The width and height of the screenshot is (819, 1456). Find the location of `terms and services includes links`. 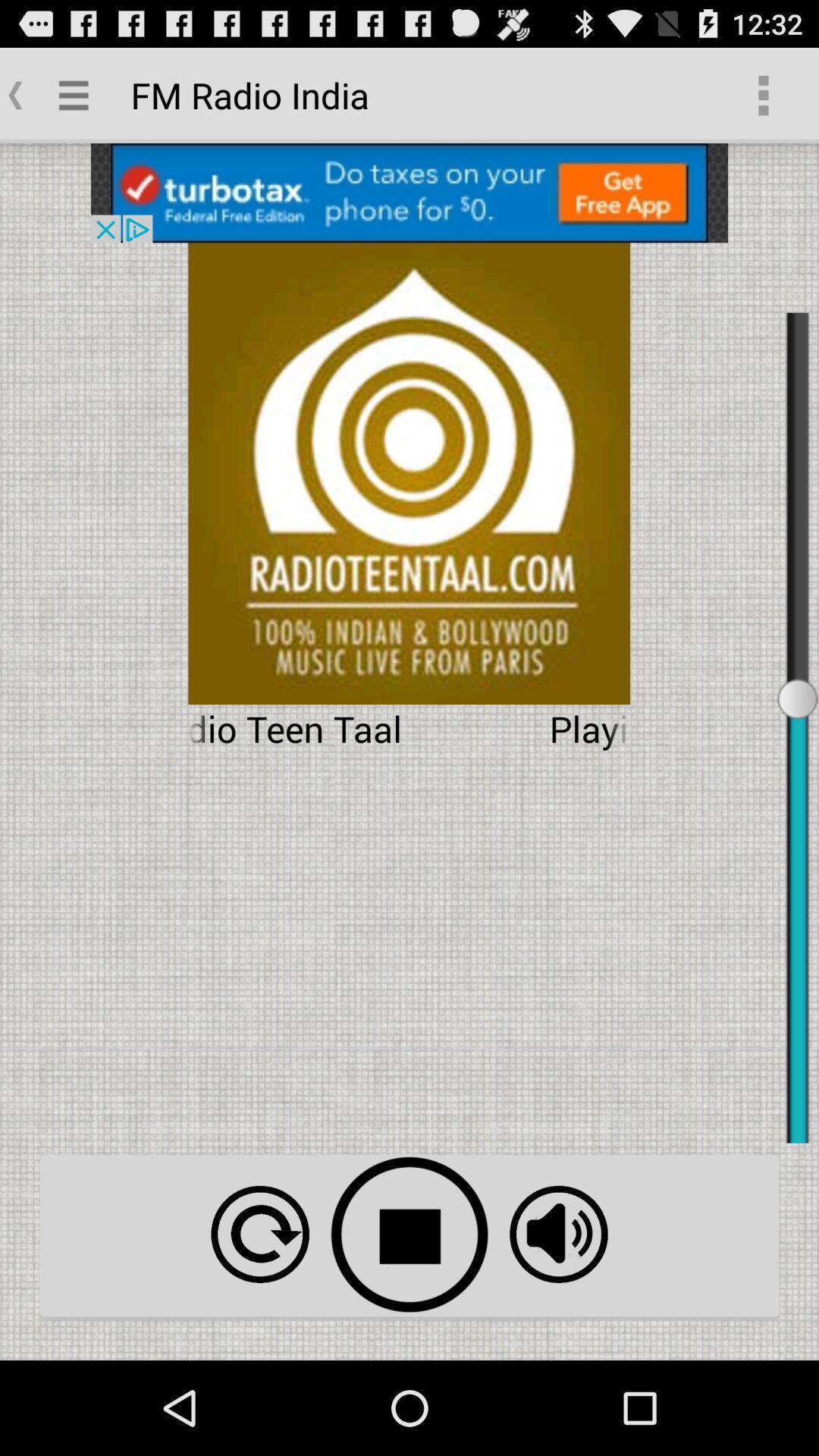

terms and services includes links is located at coordinates (558, 1234).